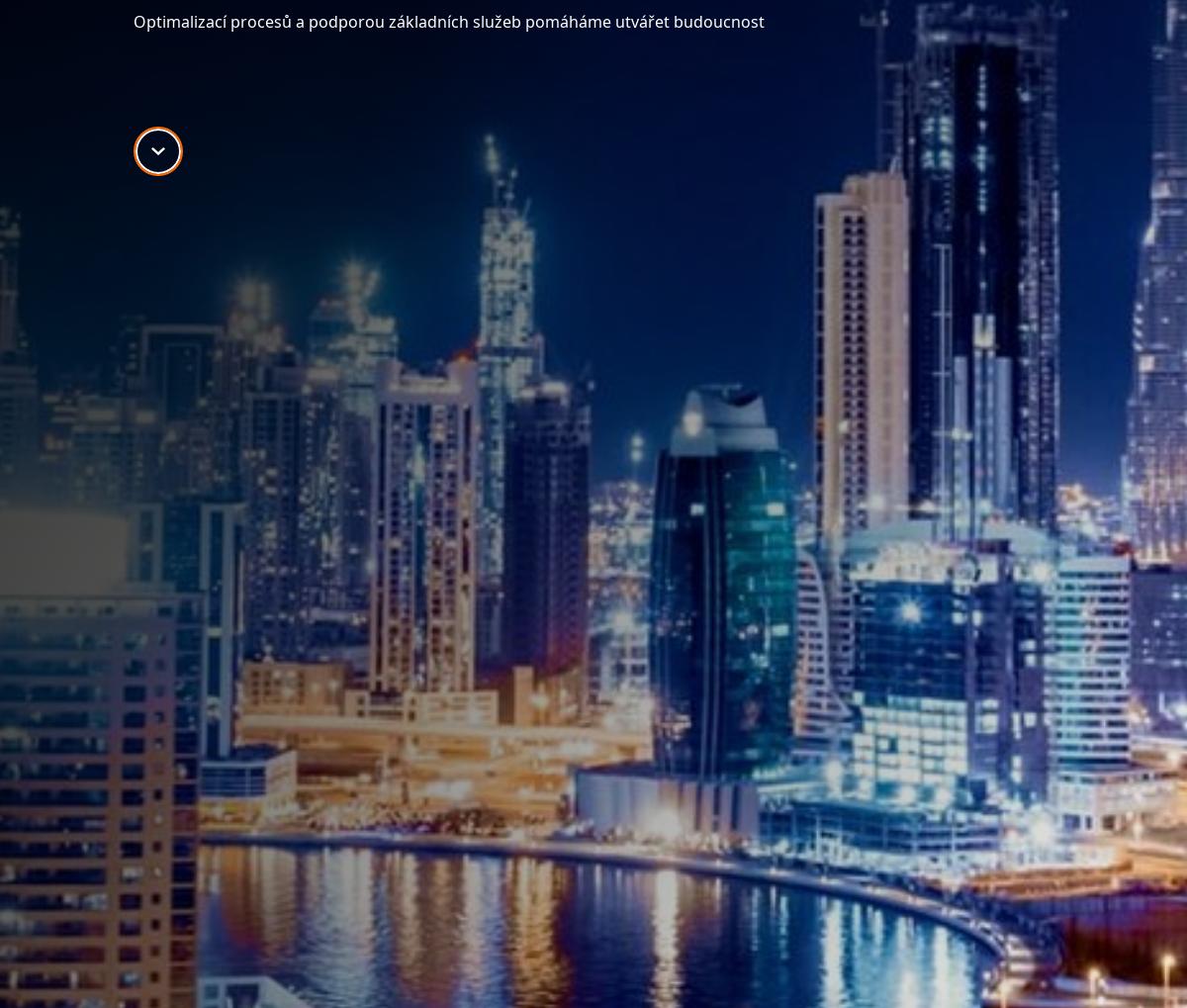 The image size is (1187, 1008). What do you see at coordinates (629, 576) in the screenshot?
I see `'Inteligentní výrobní proces'` at bounding box center [629, 576].